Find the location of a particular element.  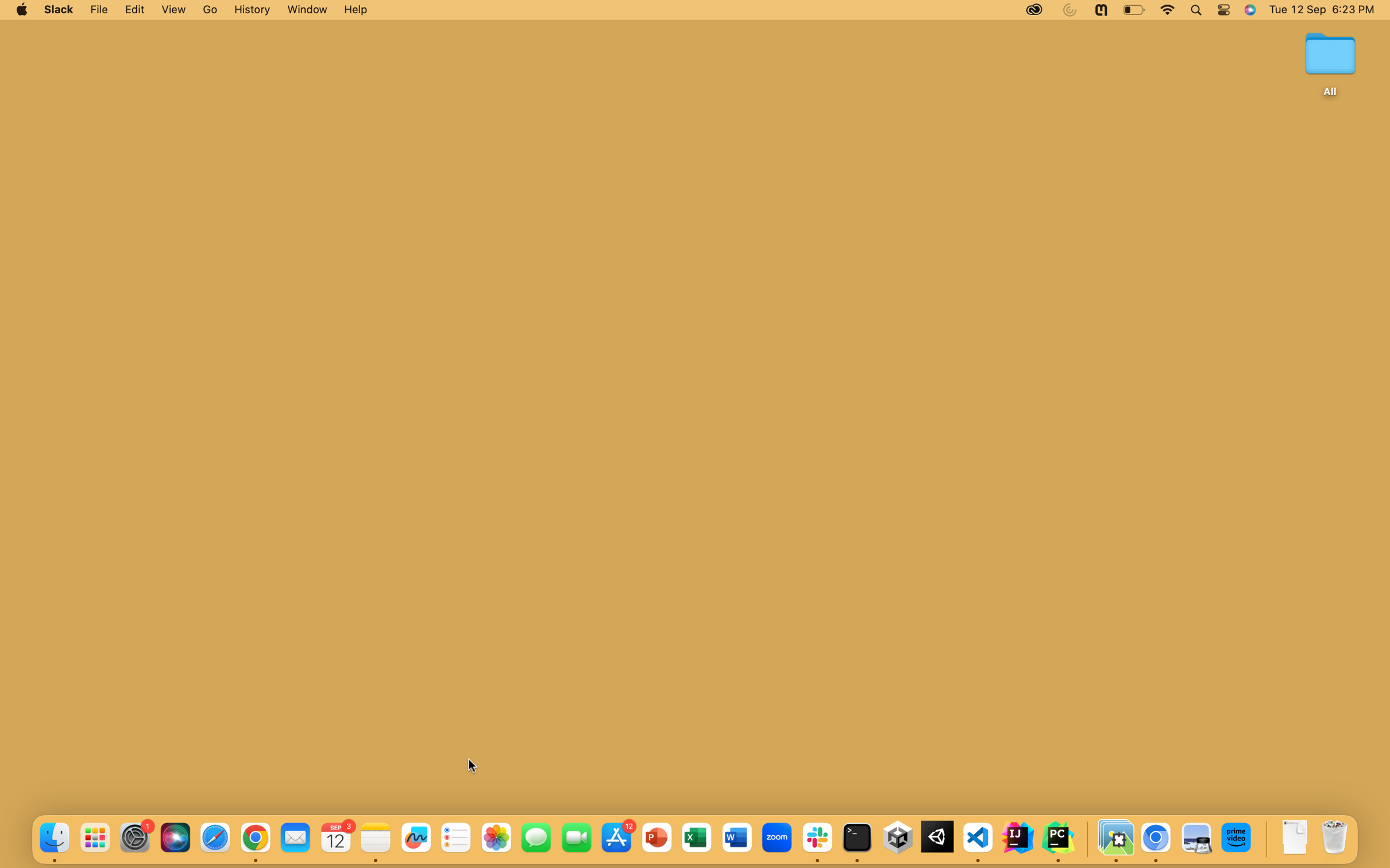

the History Options menu is located at coordinates (251, 10).